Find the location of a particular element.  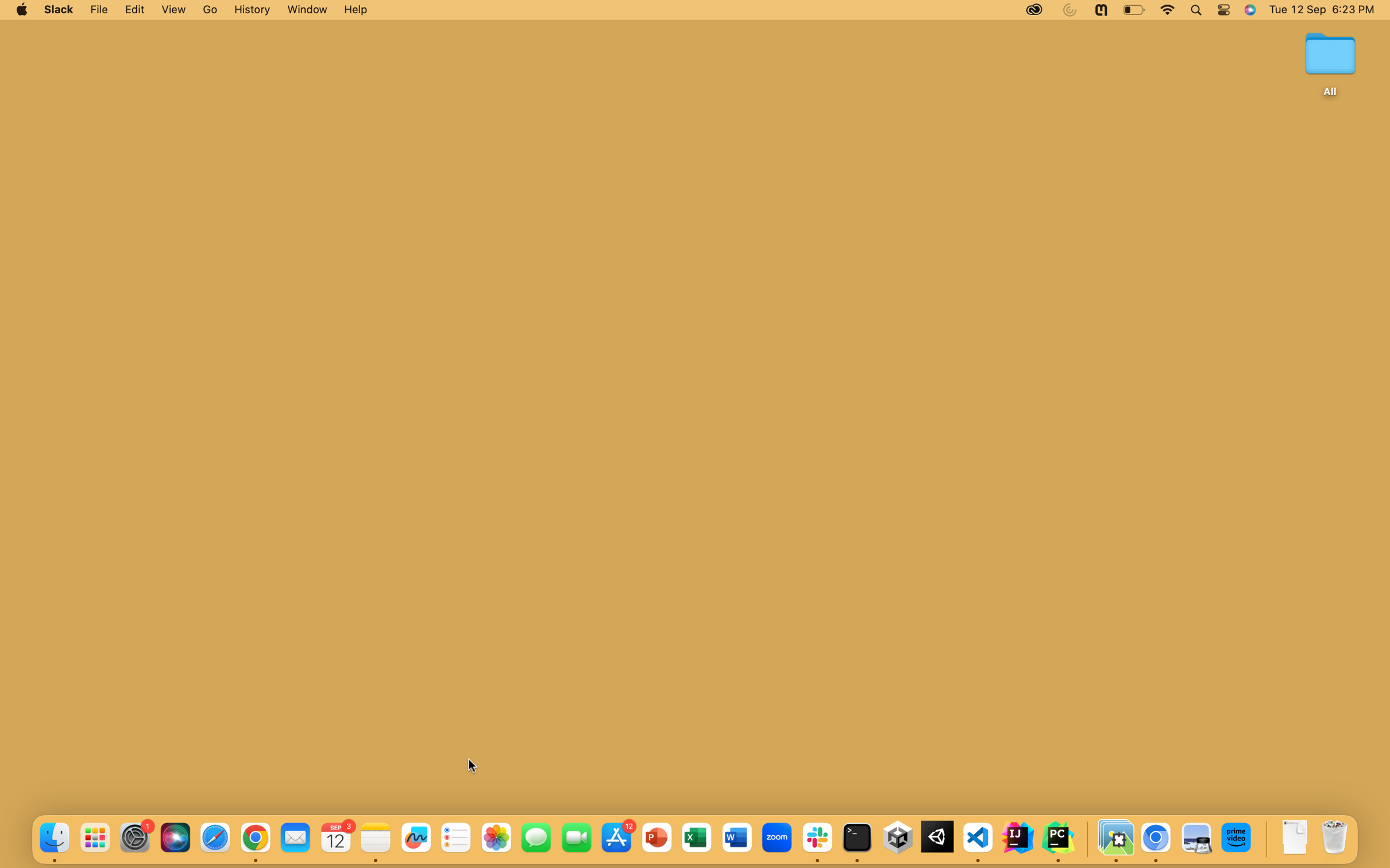

the History Options menu is located at coordinates (251, 10).